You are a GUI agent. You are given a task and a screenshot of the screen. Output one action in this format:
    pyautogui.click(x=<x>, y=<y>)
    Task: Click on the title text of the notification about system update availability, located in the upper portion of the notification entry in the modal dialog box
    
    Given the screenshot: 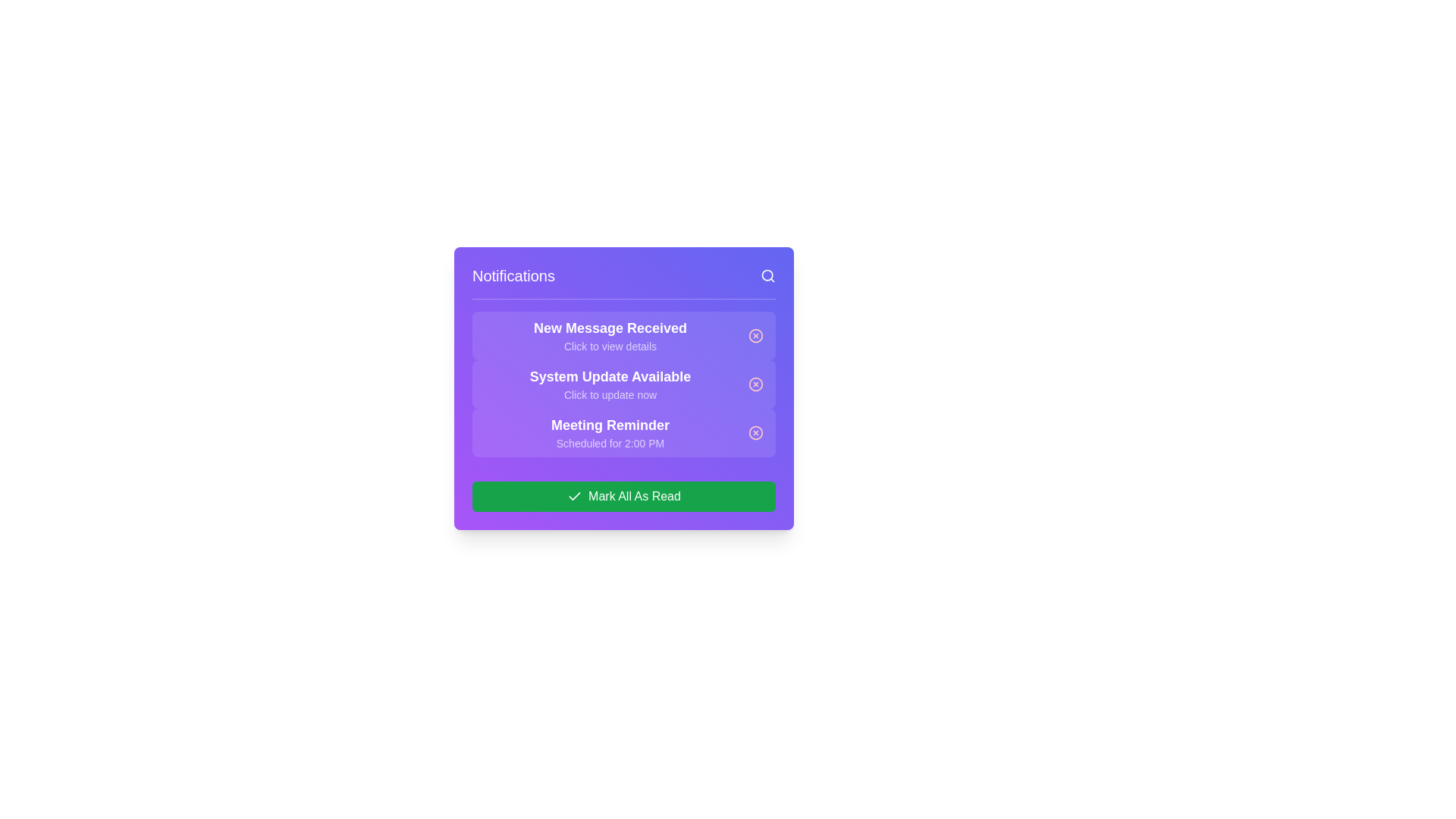 What is the action you would take?
    pyautogui.click(x=610, y=376)
    